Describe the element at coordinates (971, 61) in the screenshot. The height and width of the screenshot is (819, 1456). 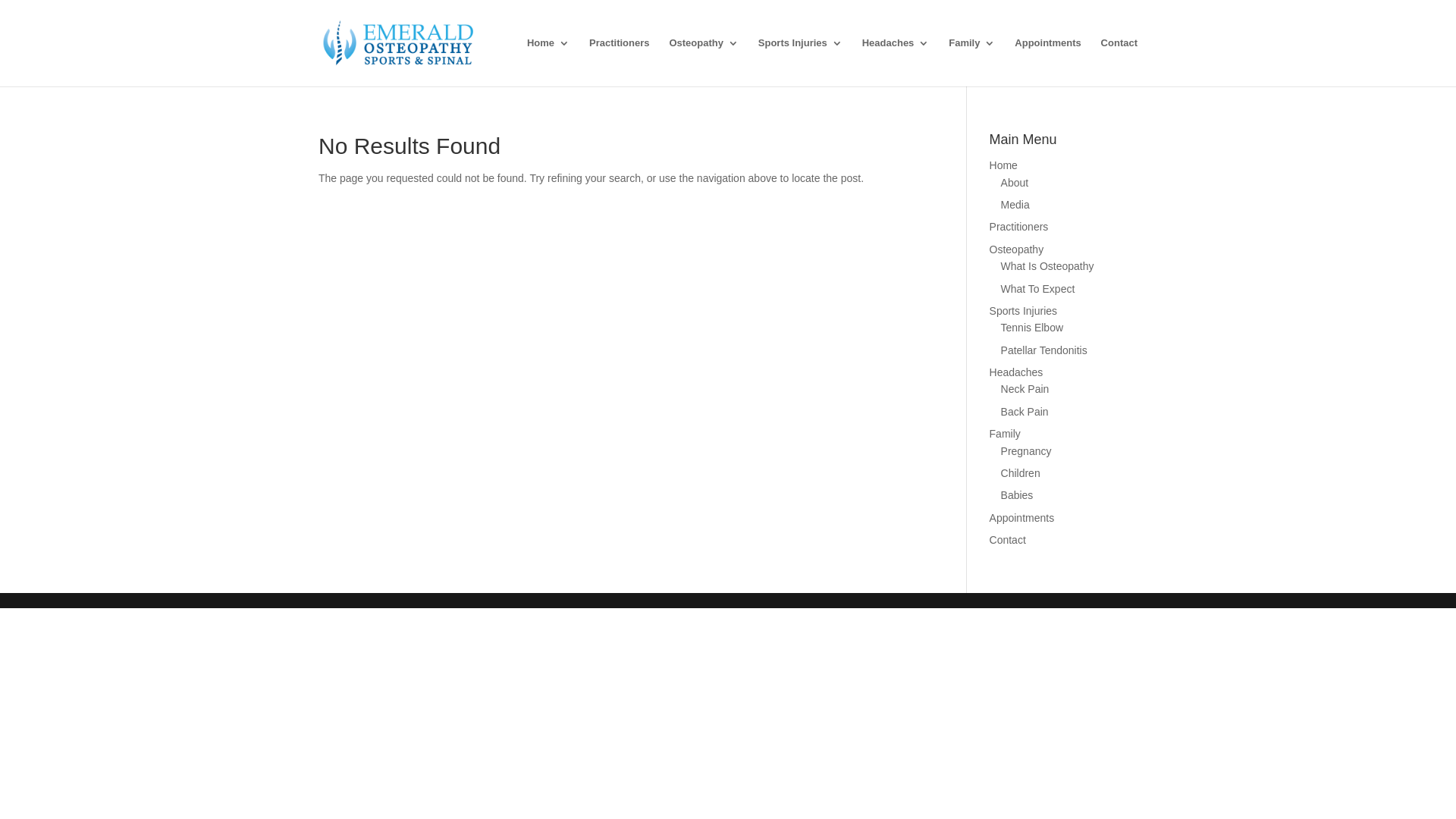
I see `'Family'` at that location.